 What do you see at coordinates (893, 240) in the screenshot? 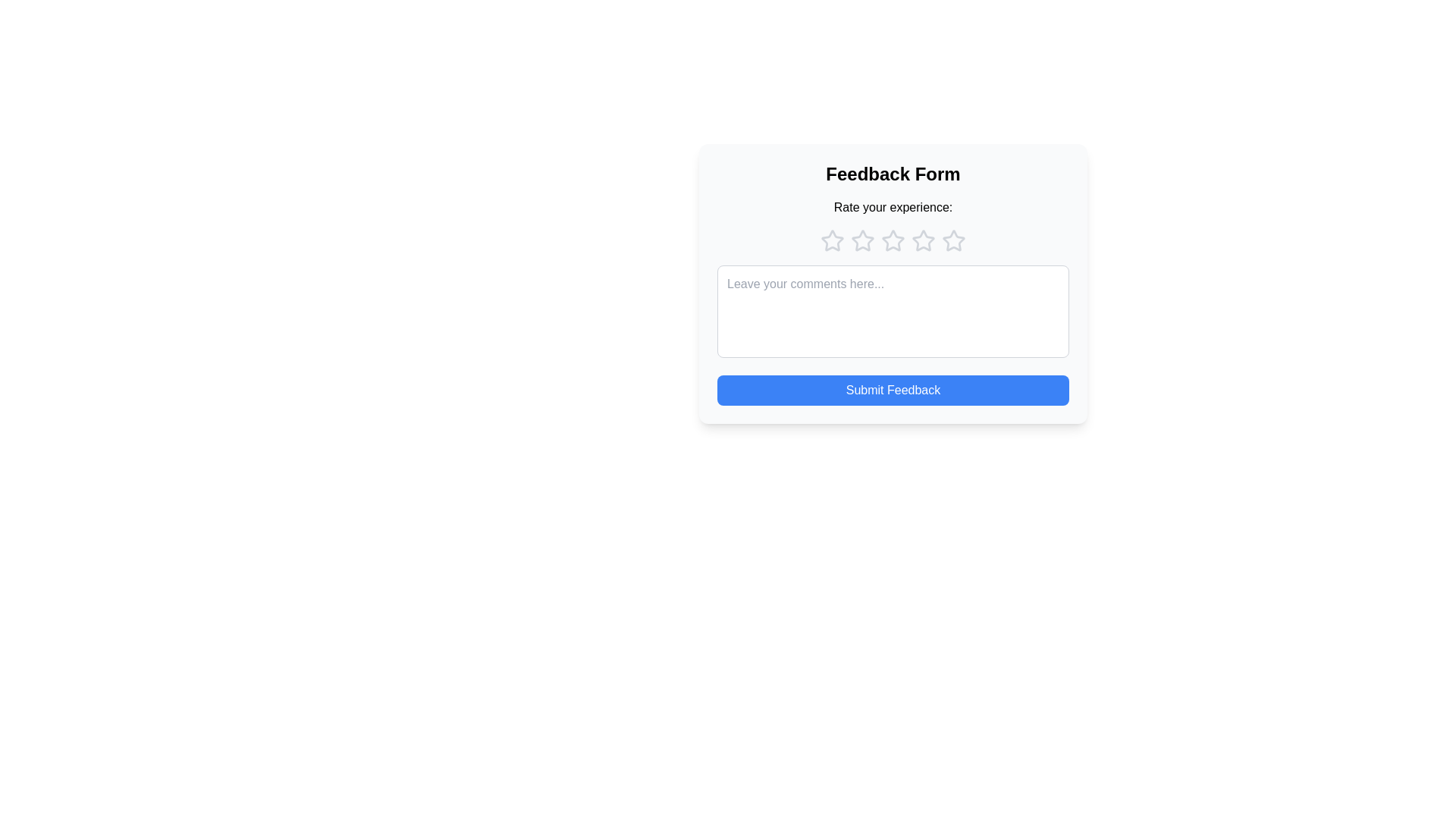
I see `the third star icon in the rating row under the label 'Rate your experience:'` at bounding box center [893, 240].